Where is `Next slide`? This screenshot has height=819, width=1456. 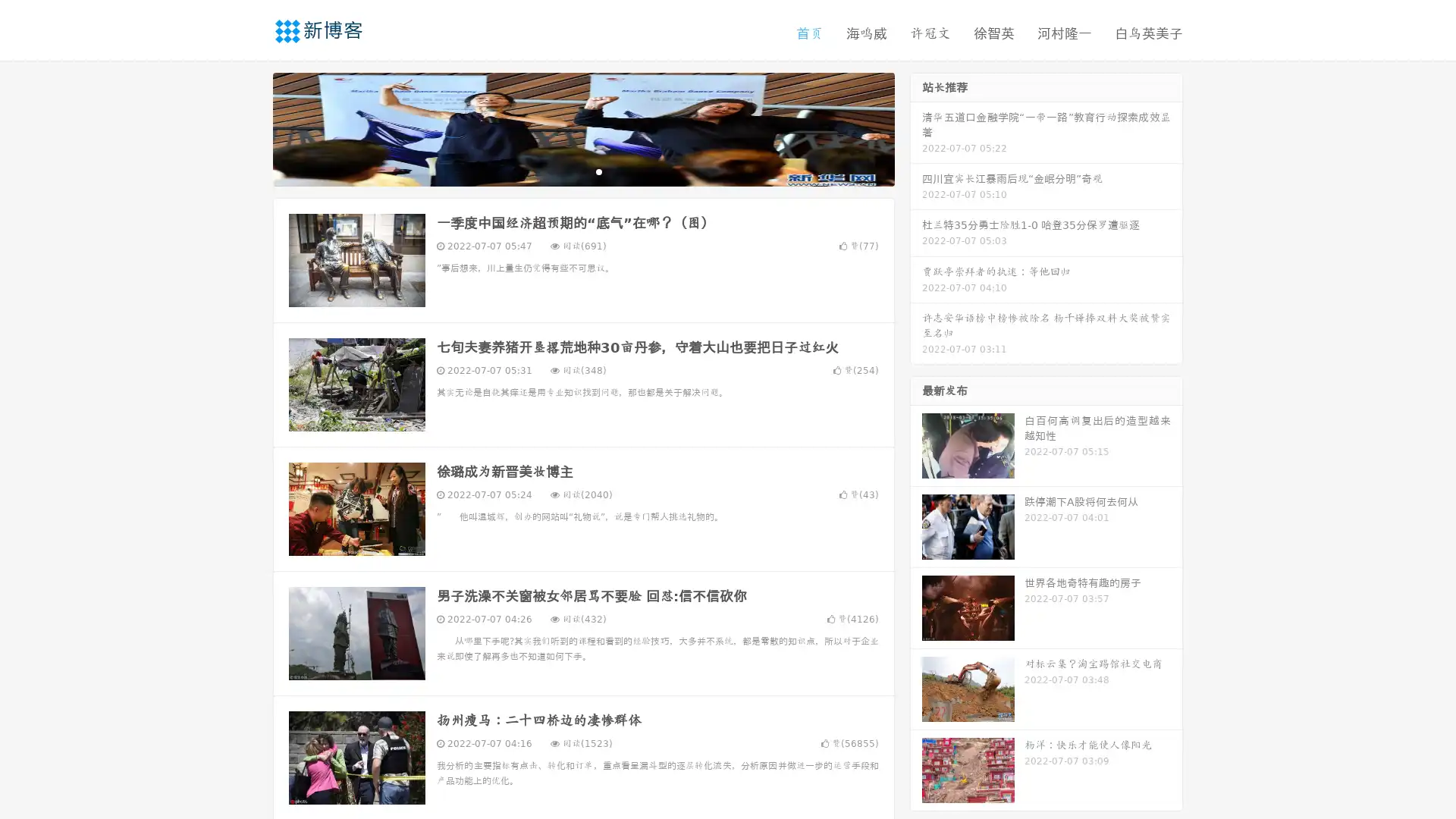 Next slide is located at coordinates (916, 127).